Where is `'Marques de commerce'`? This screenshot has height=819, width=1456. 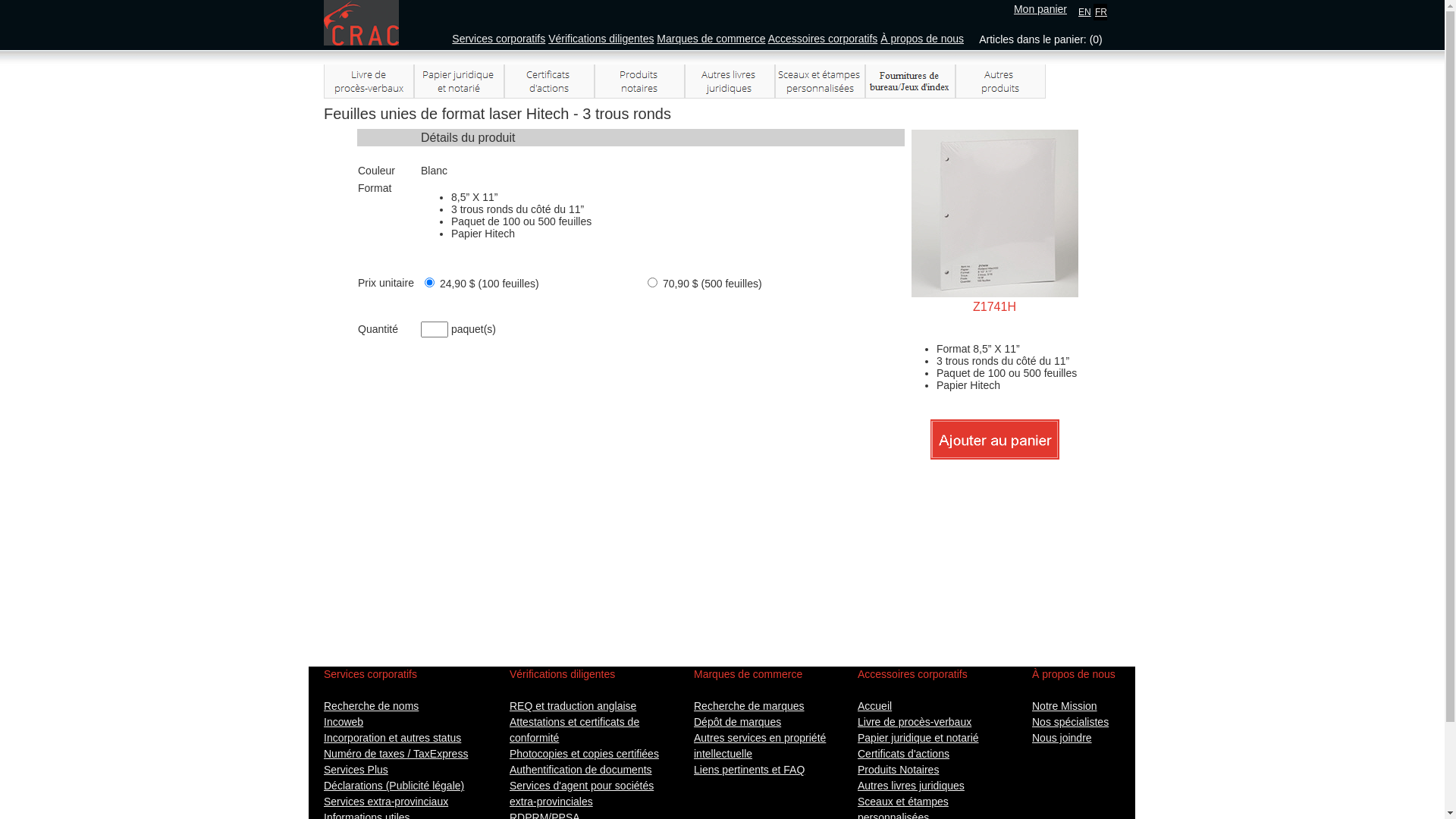
'Marques de commerce' is located at coordinates (710, 37).